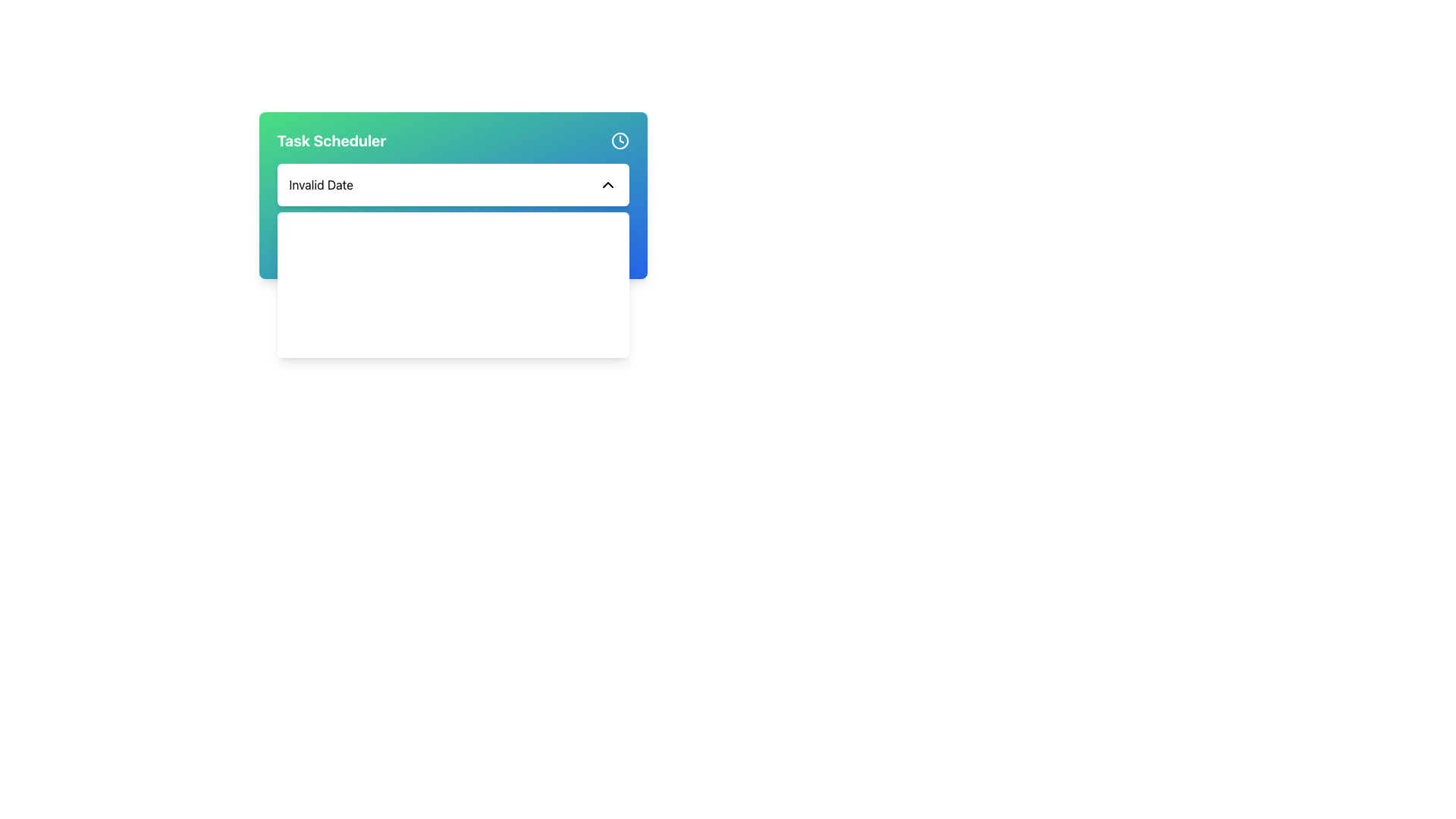  What do you see at coordinates (620, 140) in the screenshot?
I see `the circular clock icon with a gradient blue-green background located in the top-right corner of the 'Task Scheduler' header to interact with it` at bounding box center [620, 140].